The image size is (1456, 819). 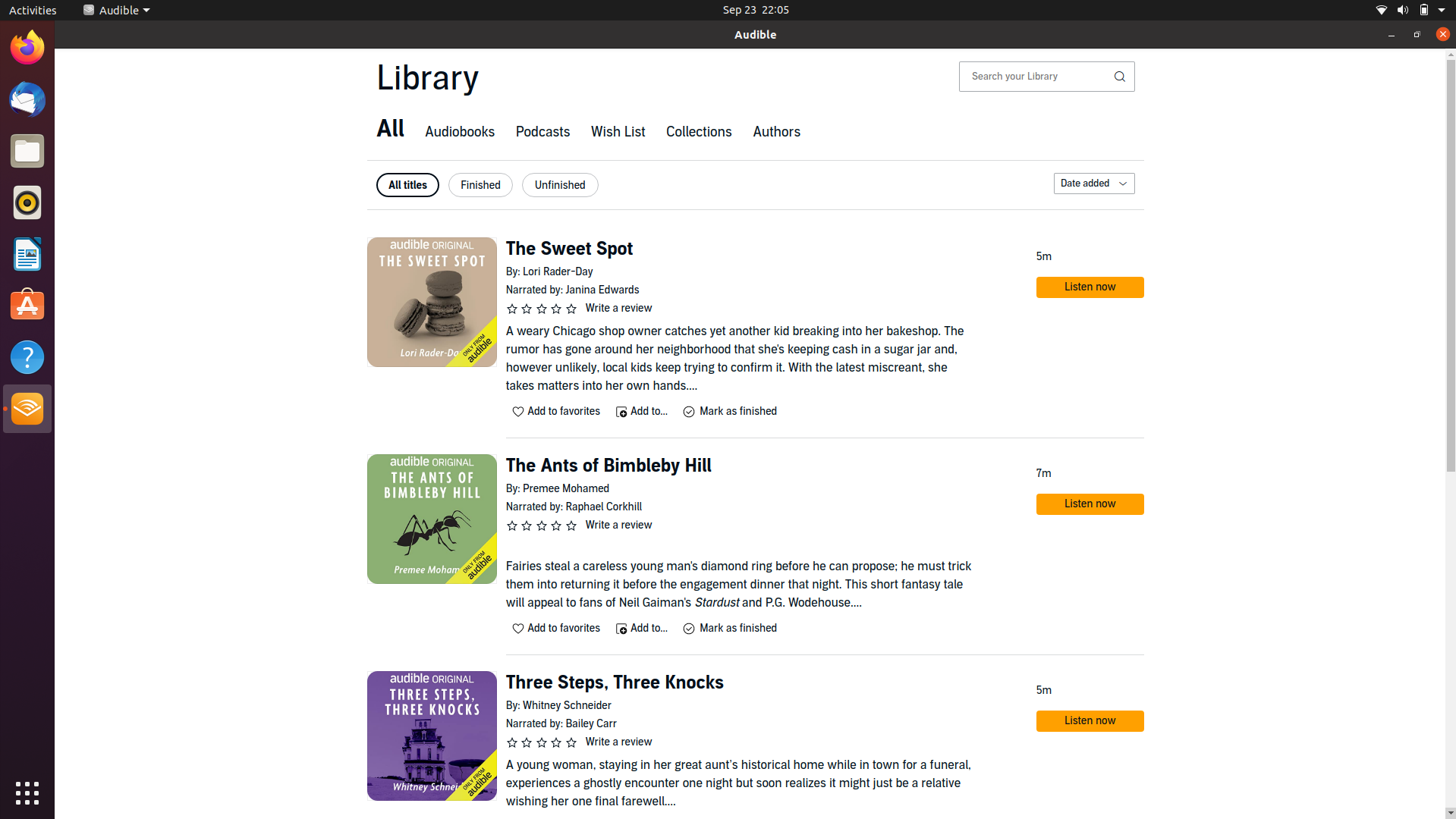 I want to click on Complete "The Sweet Spot" and verify its presence under completed, so click(x=728, y=411).